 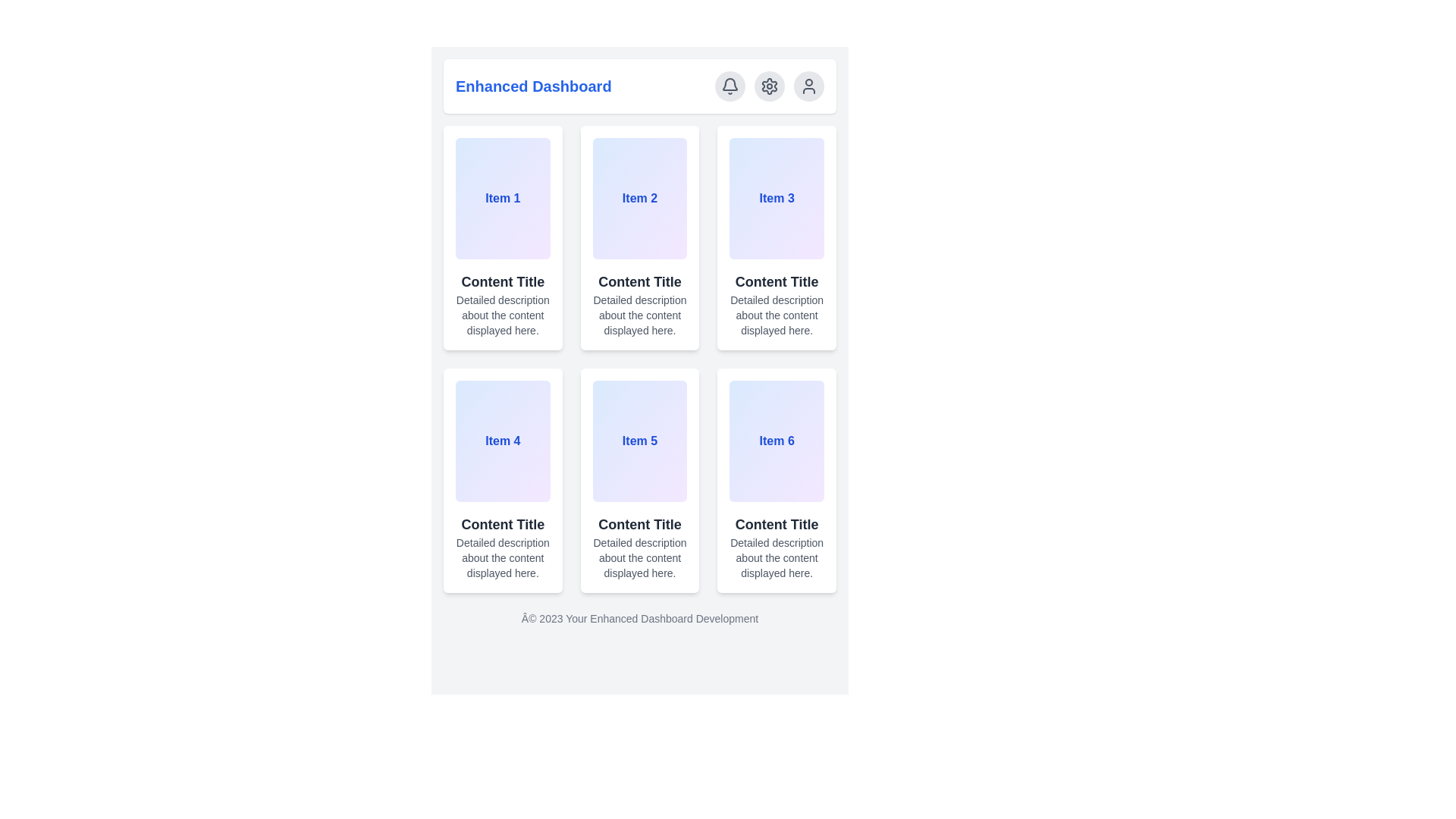 What do you see at coordinates (640, 281) in the screenshot?
I see `the Text Label that serves as the title of the content displayed in the block` at bounding box center [640, 281].